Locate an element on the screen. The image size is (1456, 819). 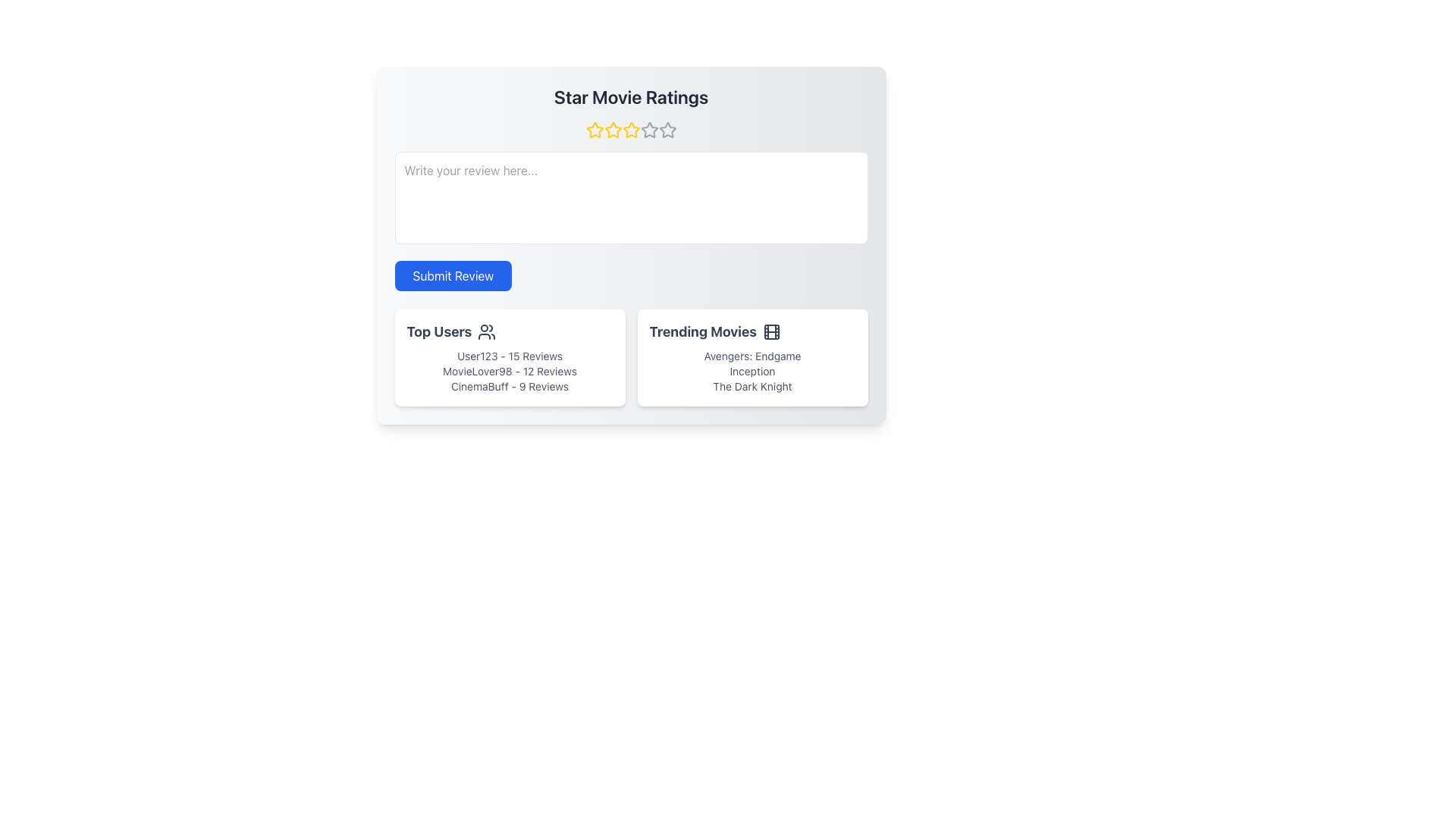
the static text display element that lists user names and their review counts, specifically the entry 'MovieLover98 - 12 Reviews', which is the second item in the 'Top Users' list is located at coordinates (510, 371).